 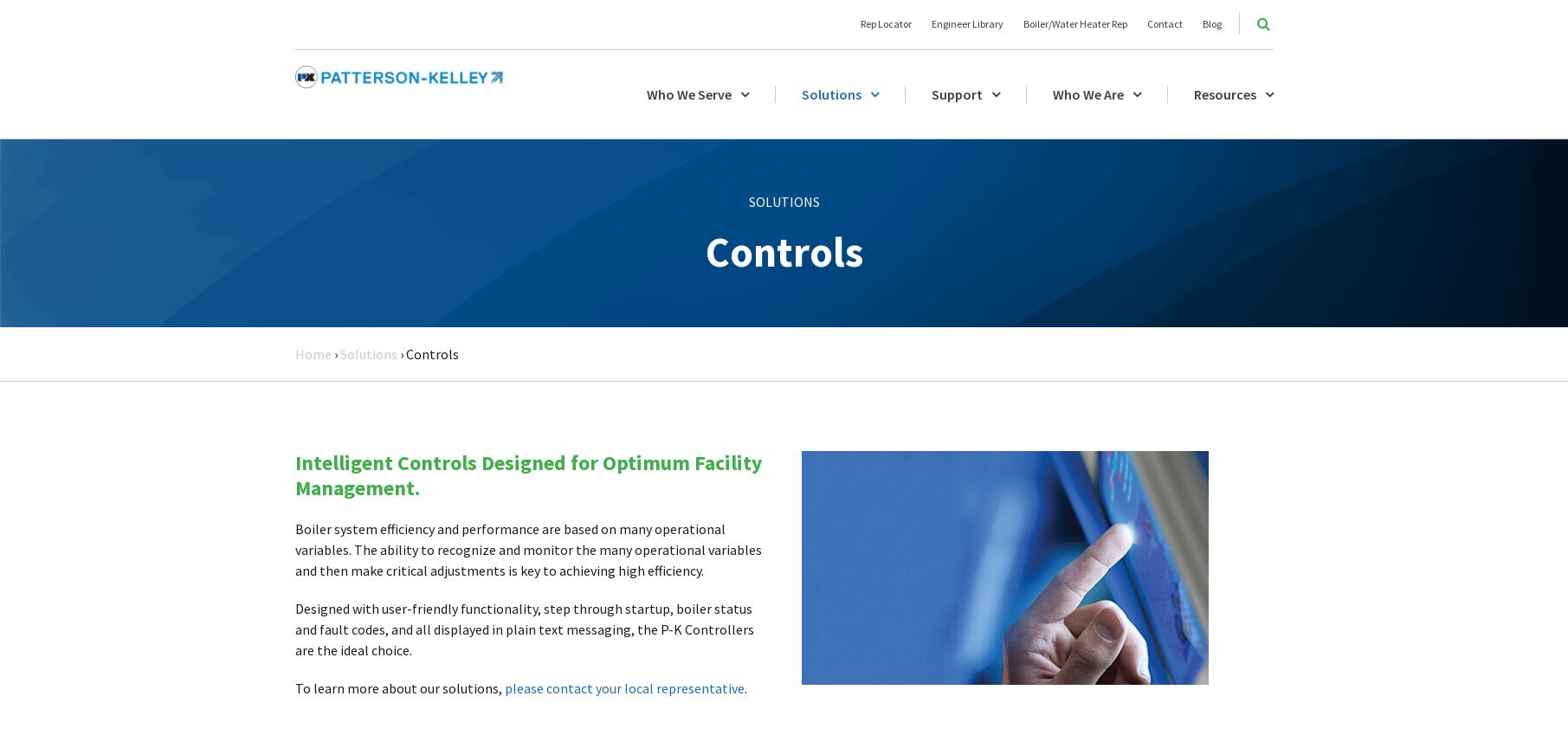 I want to click on 'Engineer Library', so click(x=965, y=23).